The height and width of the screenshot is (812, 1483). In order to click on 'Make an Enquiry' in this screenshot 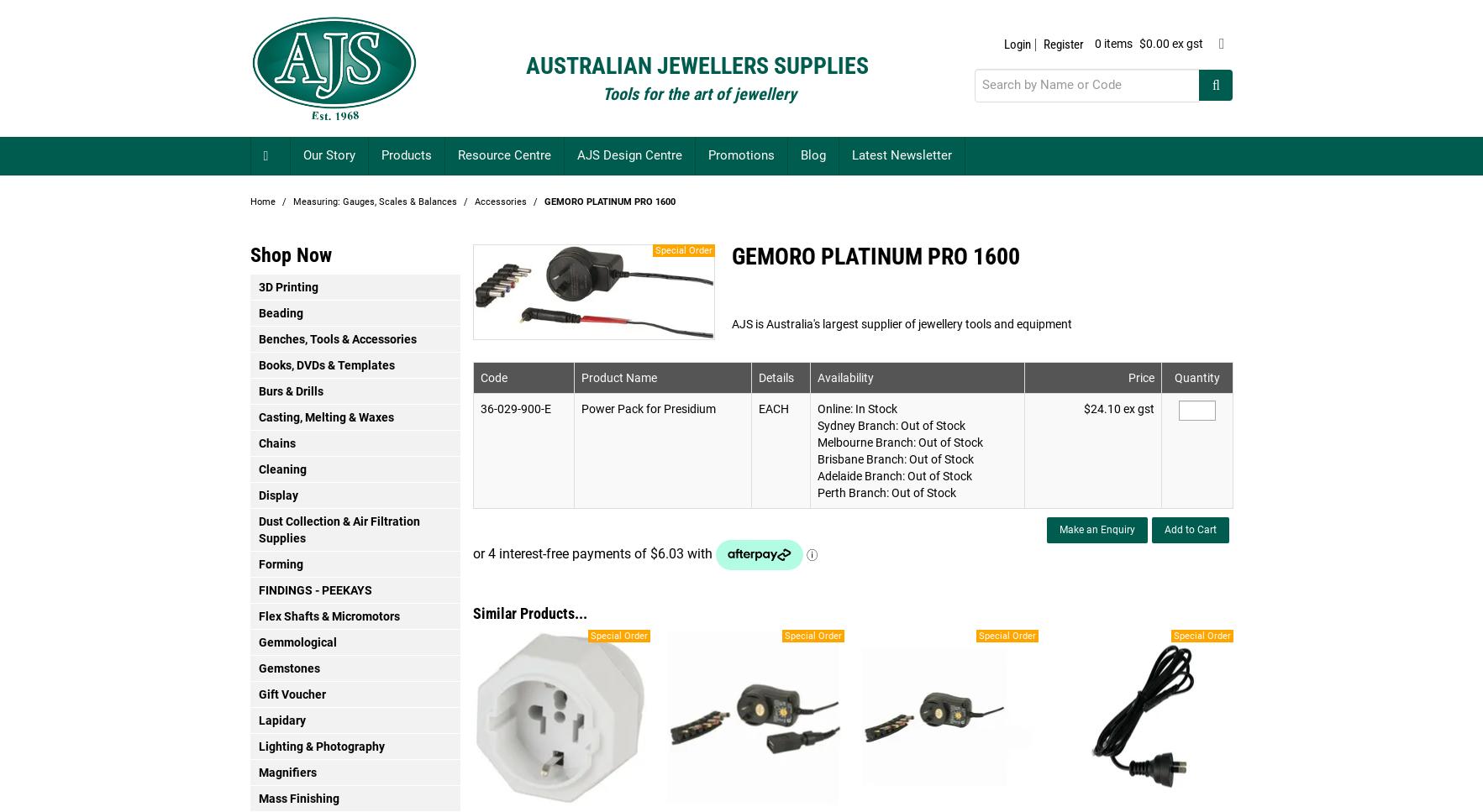, I will do `click(1059, 529)`.